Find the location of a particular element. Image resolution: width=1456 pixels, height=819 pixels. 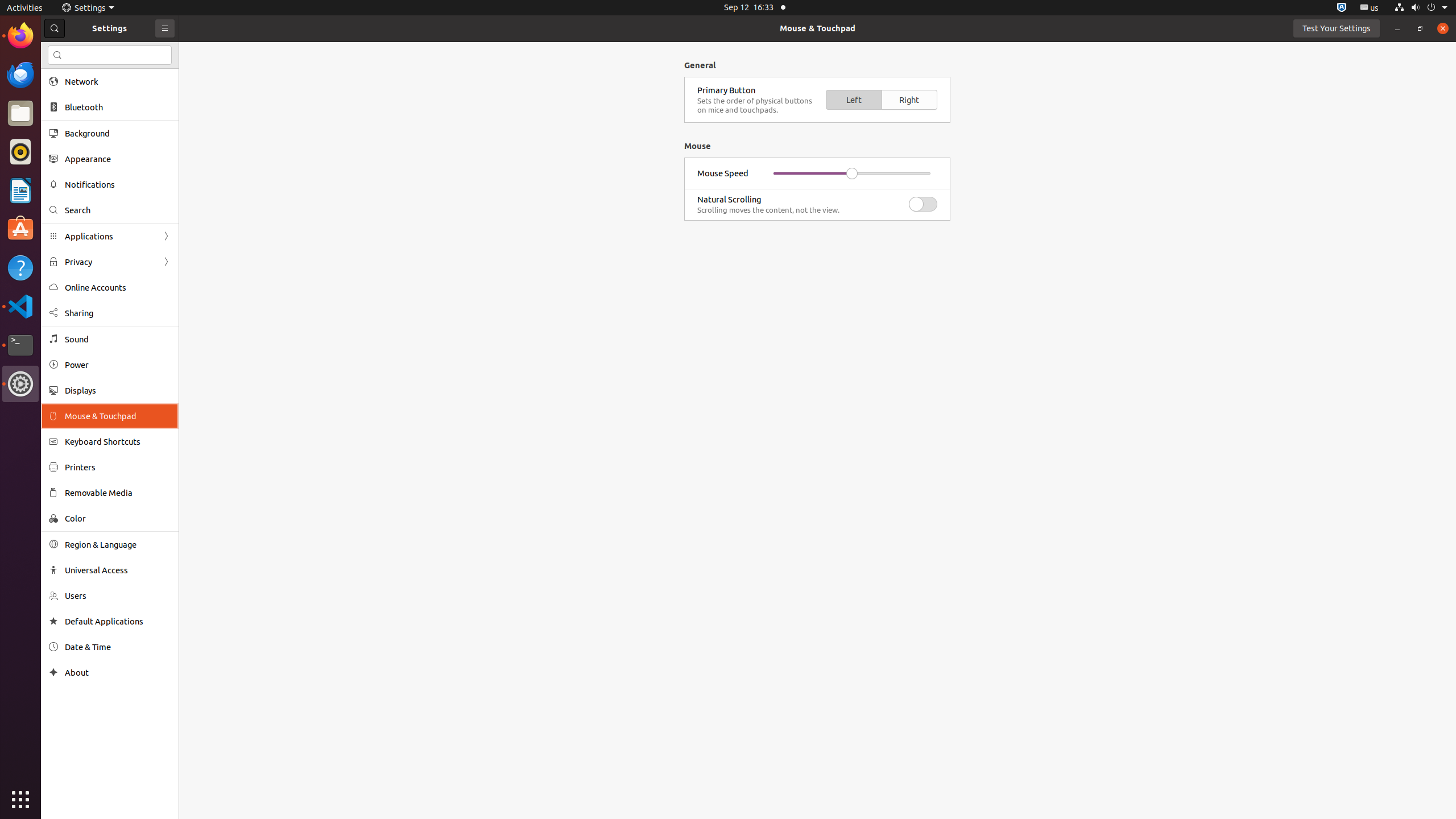

'Sound' is located at coordinates (118, 338).